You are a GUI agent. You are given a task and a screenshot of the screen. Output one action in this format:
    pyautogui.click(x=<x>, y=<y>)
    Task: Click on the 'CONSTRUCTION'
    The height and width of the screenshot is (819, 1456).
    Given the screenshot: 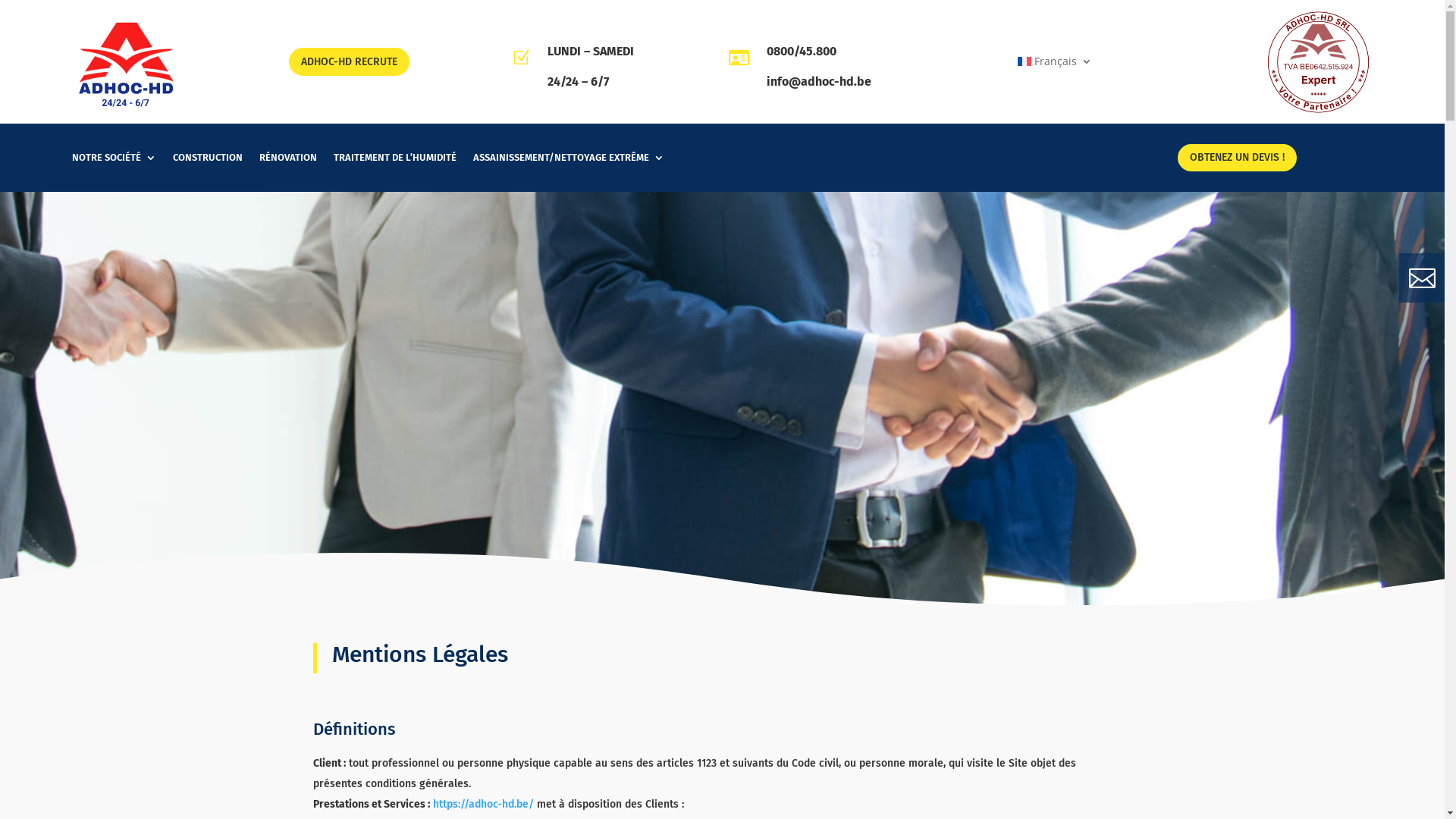 What is the action you would take?
    pyautogui.click(x=206, y=161)
    